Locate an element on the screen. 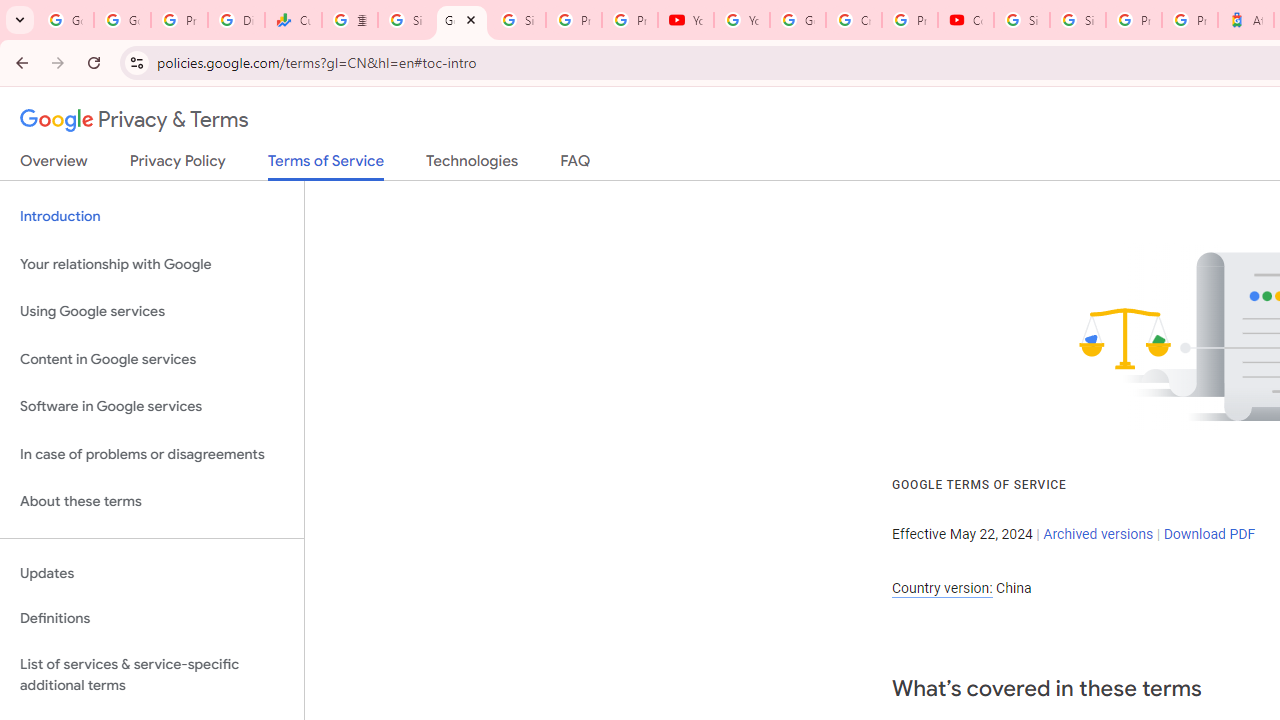 Image resolution: width=1280 pixels, height=720 pixels. 'Country version:' is located at coordinates (941, 587).